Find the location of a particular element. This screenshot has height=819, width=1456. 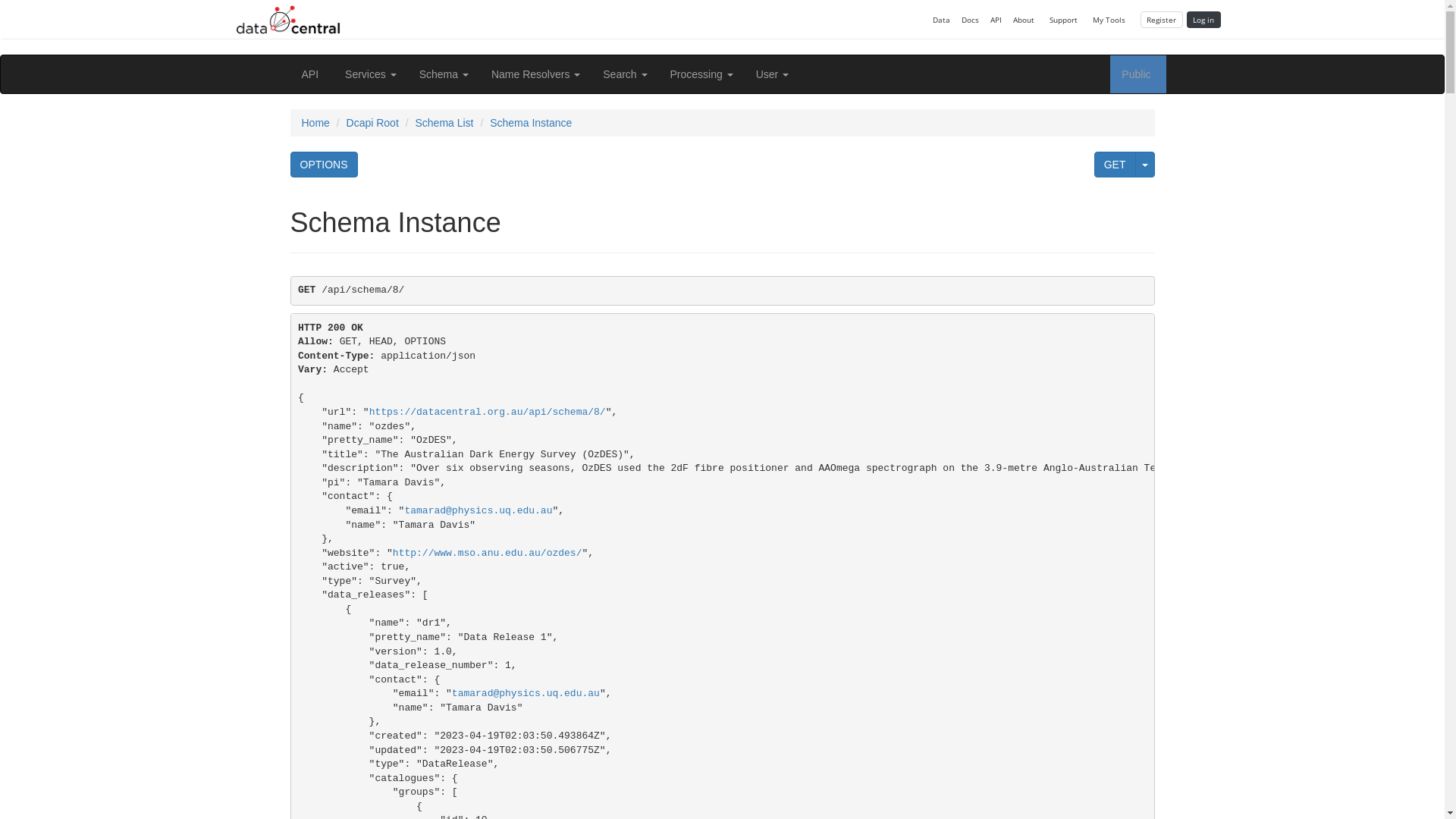

'Docs' is located at coordinates (968, 20).